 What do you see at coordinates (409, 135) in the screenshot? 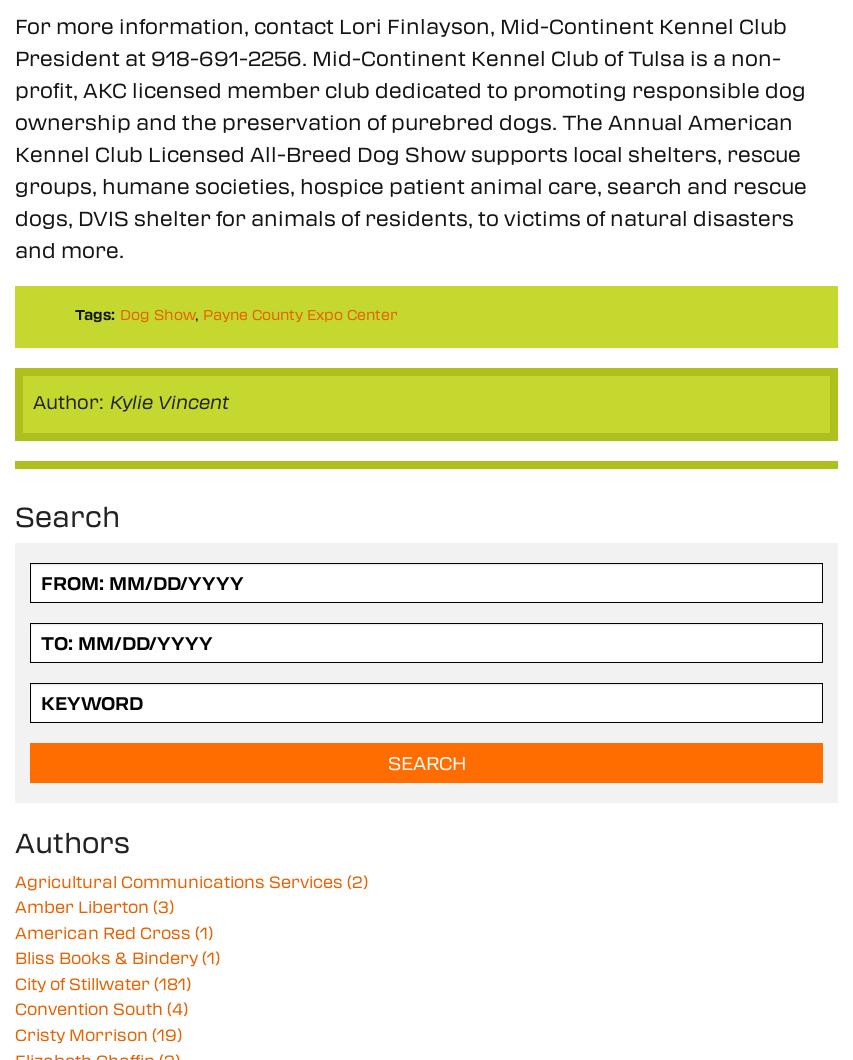
I see `'For more information, contact Lori Finlayson, Mid-Continent Kennel Club President at 918-691-2256. Mid-Continent Kennel Club of Tulsa is a non-profit, AKC licensed member club dedicated to promoting responsible dog ownership and the preservation of purebred dogs. The Annual American Kennel Club Licensed All-Breed Dog Show supports local shelters, rescue groups, humane societies, hospice patient animal care, search and rescue dogs, DVIS shelter for animals of residents, to victims of natural disasters and more.'` at bounding box center [409, 135].